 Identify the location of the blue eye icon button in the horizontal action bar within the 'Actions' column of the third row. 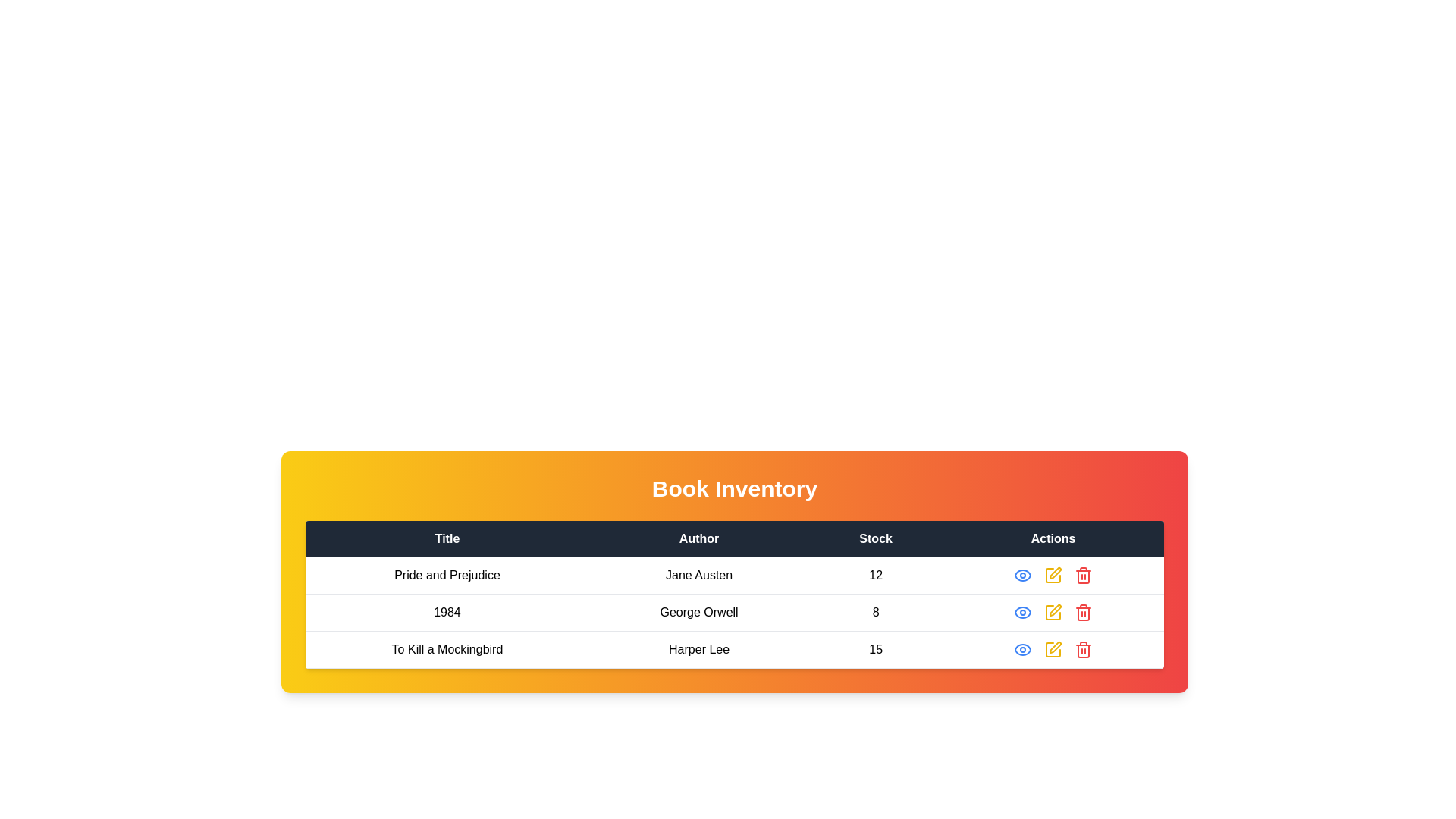
(1022, 648).